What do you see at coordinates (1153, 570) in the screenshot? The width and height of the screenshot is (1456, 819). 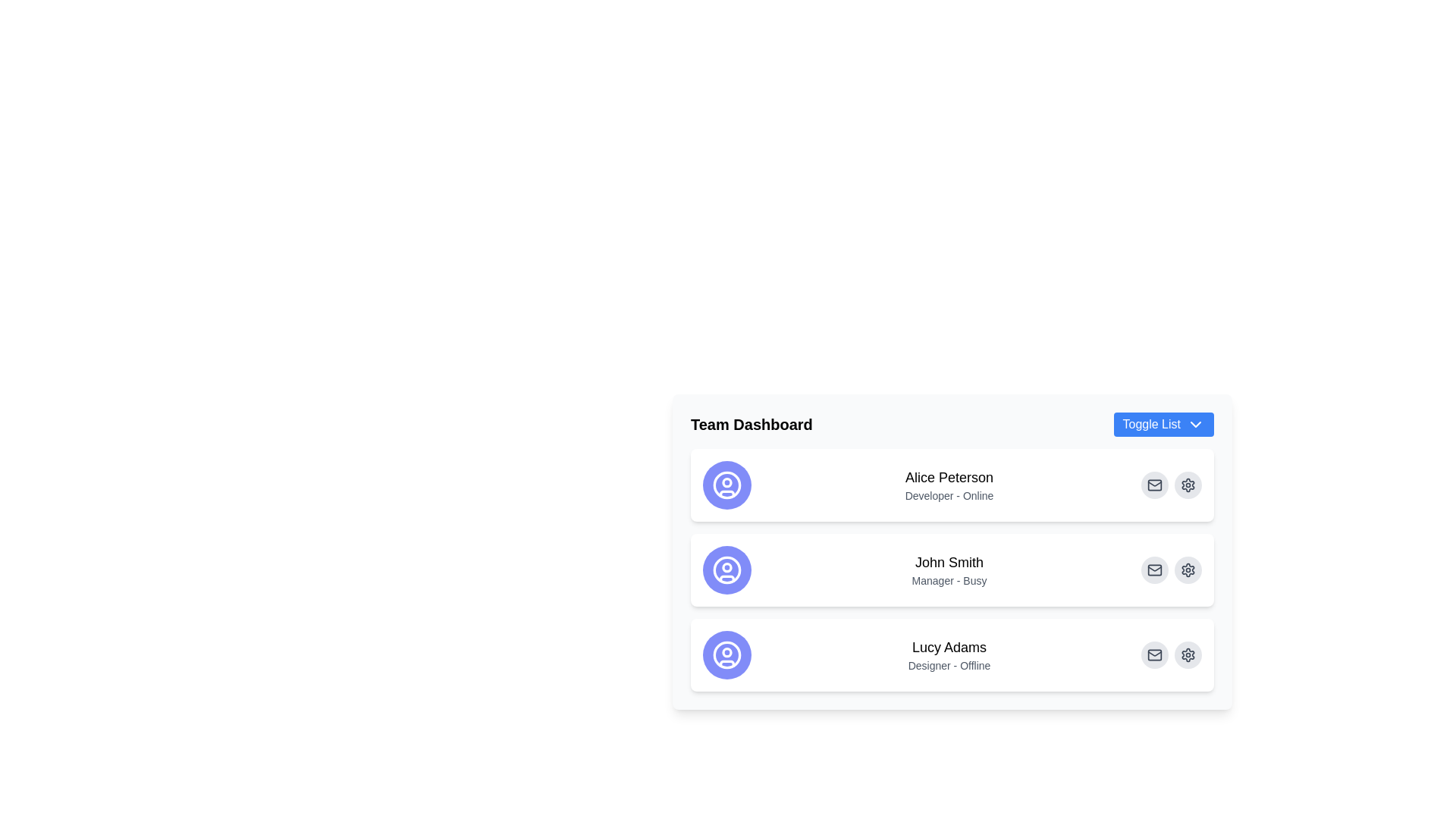 I see `the envelope icon representing email or messaging, located to the right of 'John Smith' in the list` at bounding box center [1153, 570].